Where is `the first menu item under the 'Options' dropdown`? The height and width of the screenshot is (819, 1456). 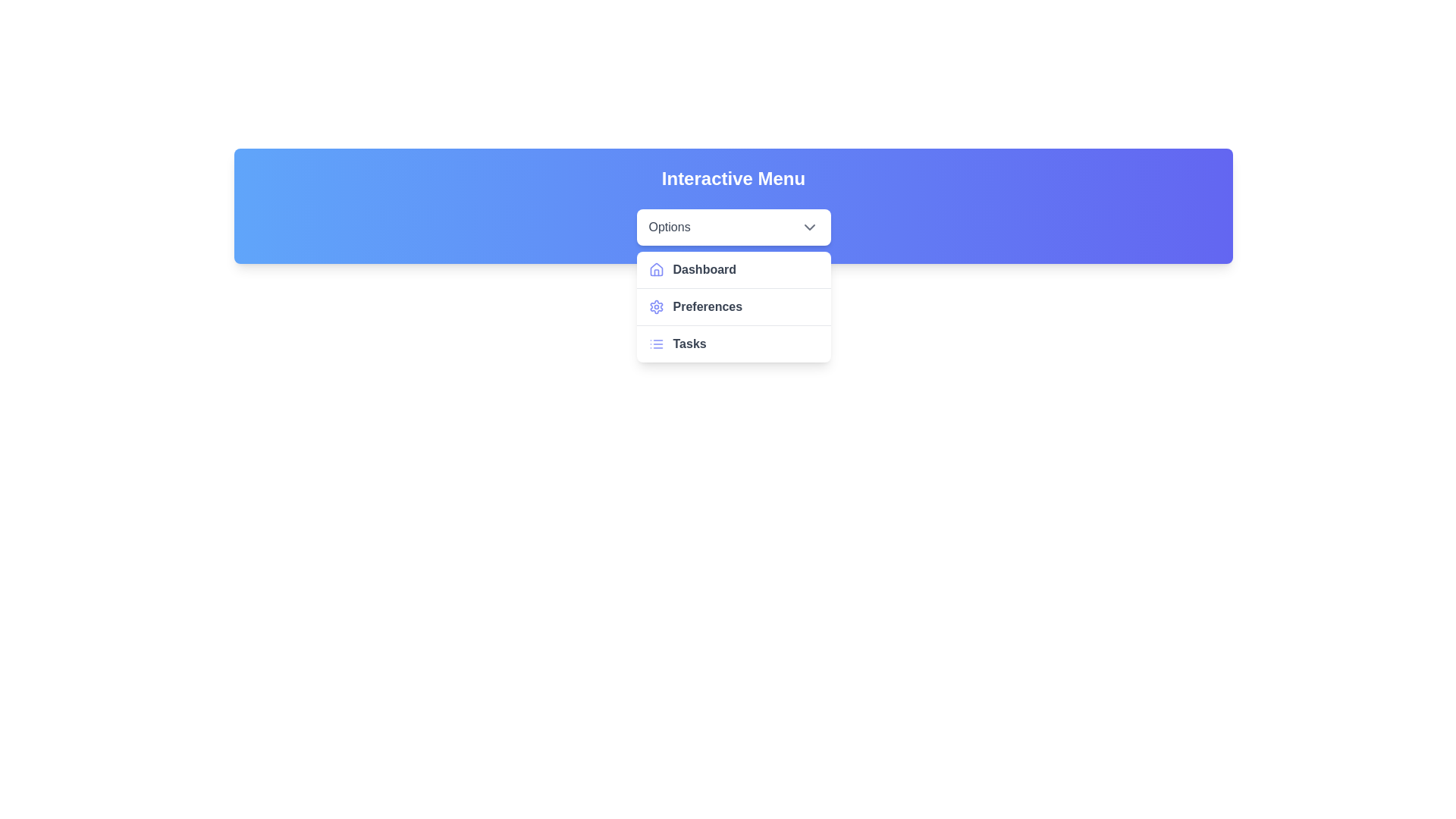
the first menu item under the 'Options' dropdown is located at coordinates (733, 268).